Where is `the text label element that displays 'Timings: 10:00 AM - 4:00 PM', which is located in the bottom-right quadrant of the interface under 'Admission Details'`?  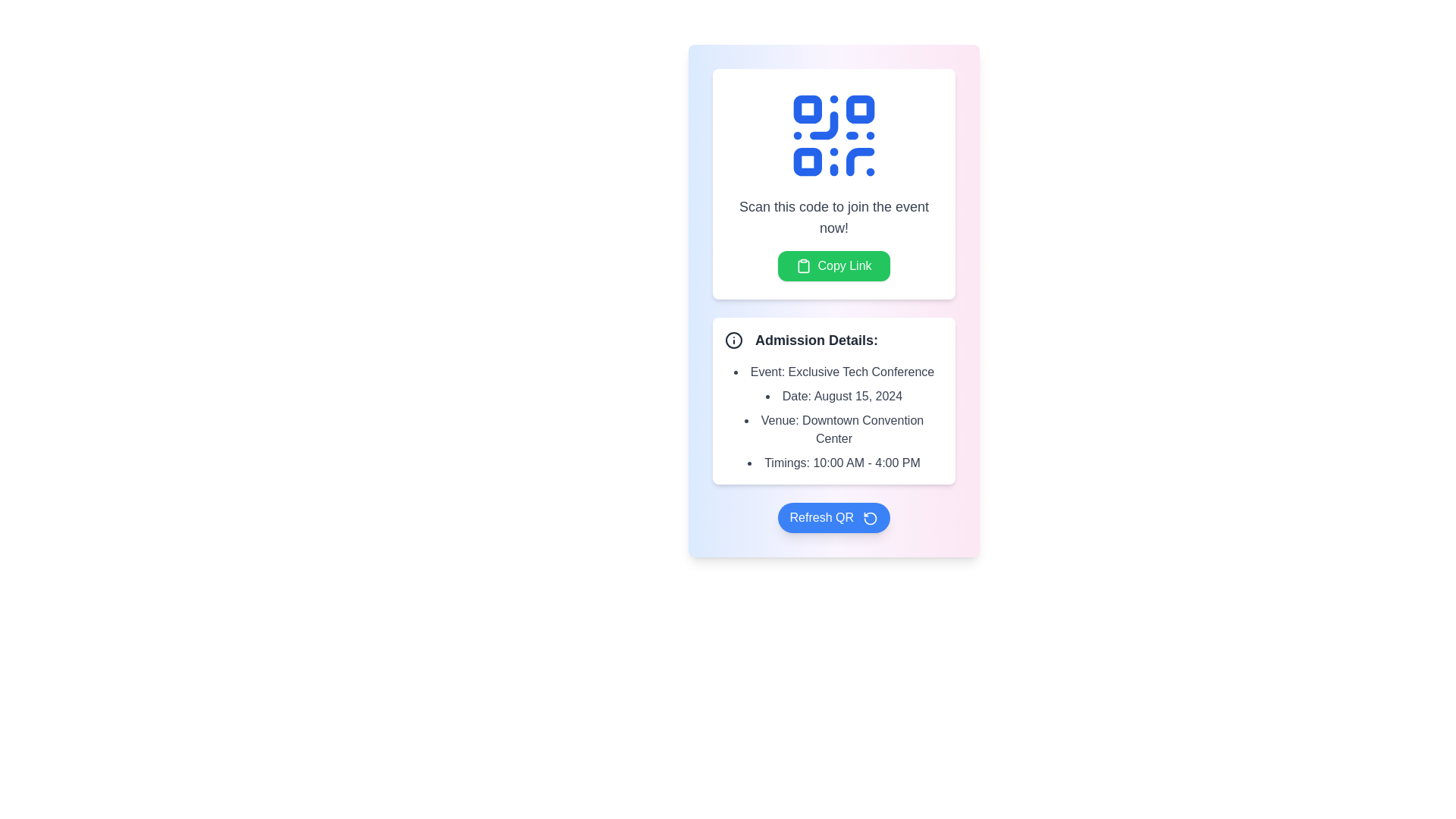
the text label element that displays 'Timings: 10:00 AM - 4:00 PM', which is located in the bottom-right quadrant of the interface under 'Admission Details' is located at coordinates (833, 462).